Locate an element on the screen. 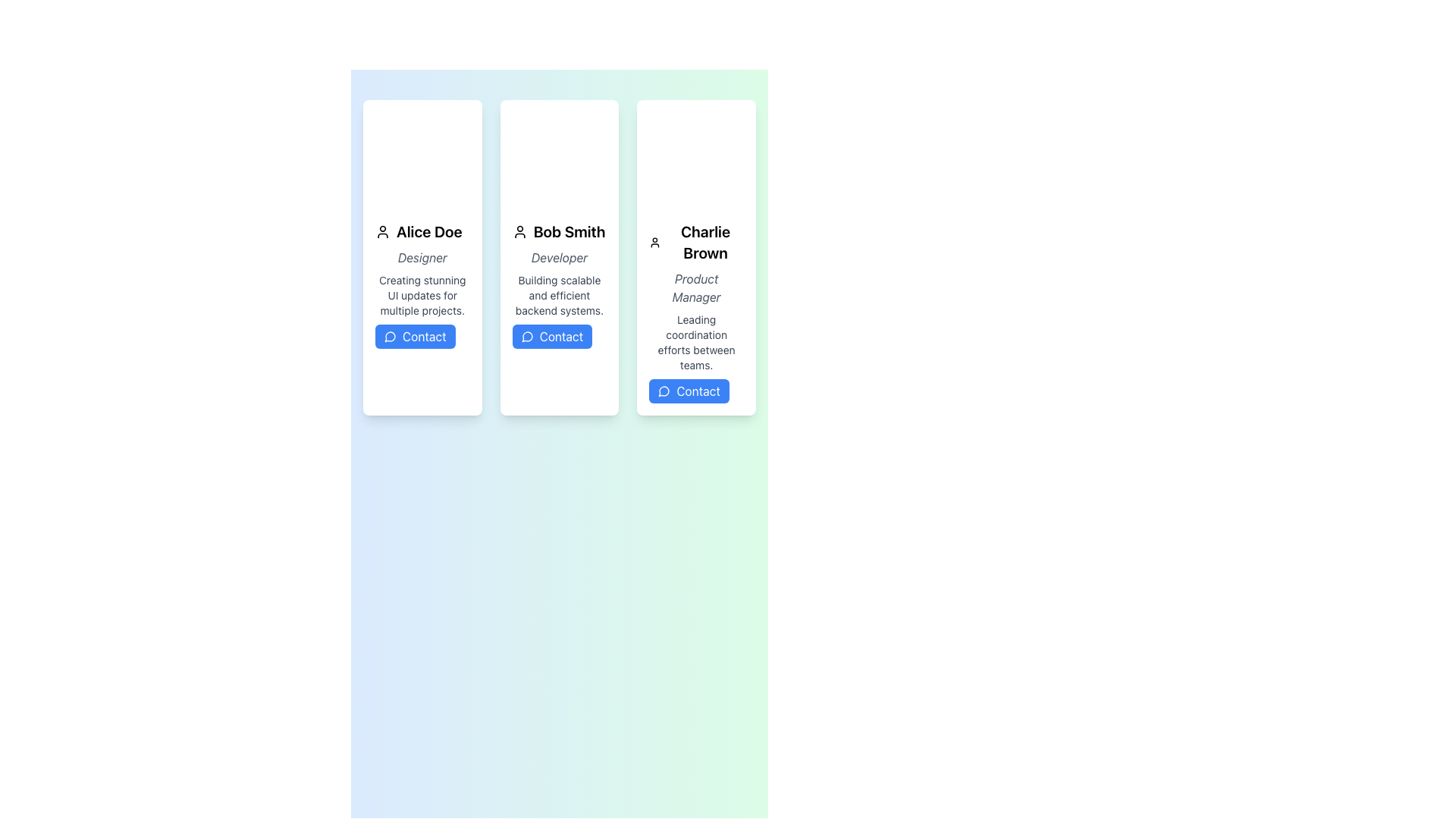 The image size is (1456, 819). the text label styled in gray and italic that displays 'Product Manager', located beneath the bold header 'Charlie Brown' within the third card from the left is located at coordinates (695, 288).